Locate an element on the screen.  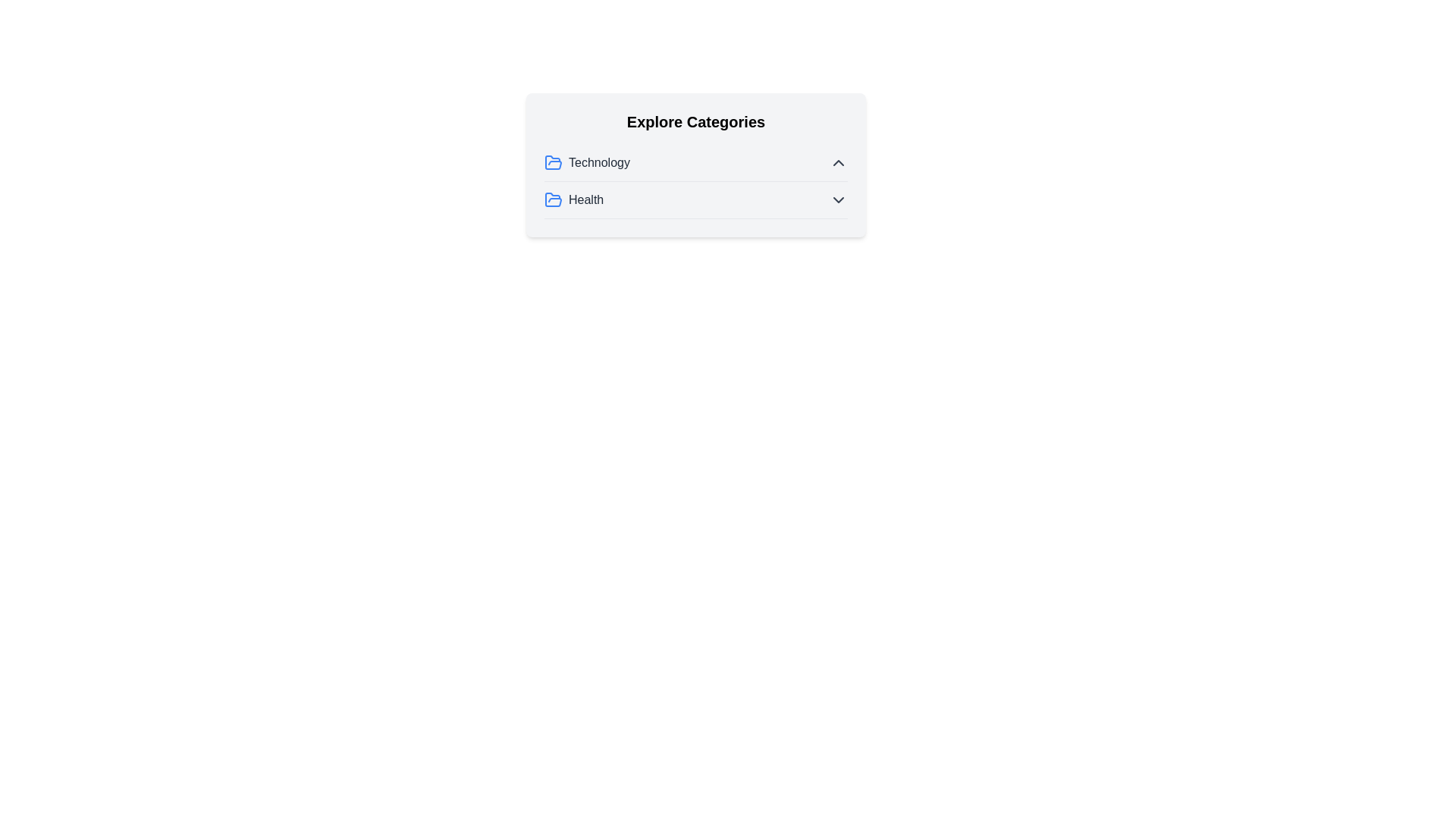
the folder icon next to the category name to observe its visual cue is located at coordinates (552, 163).